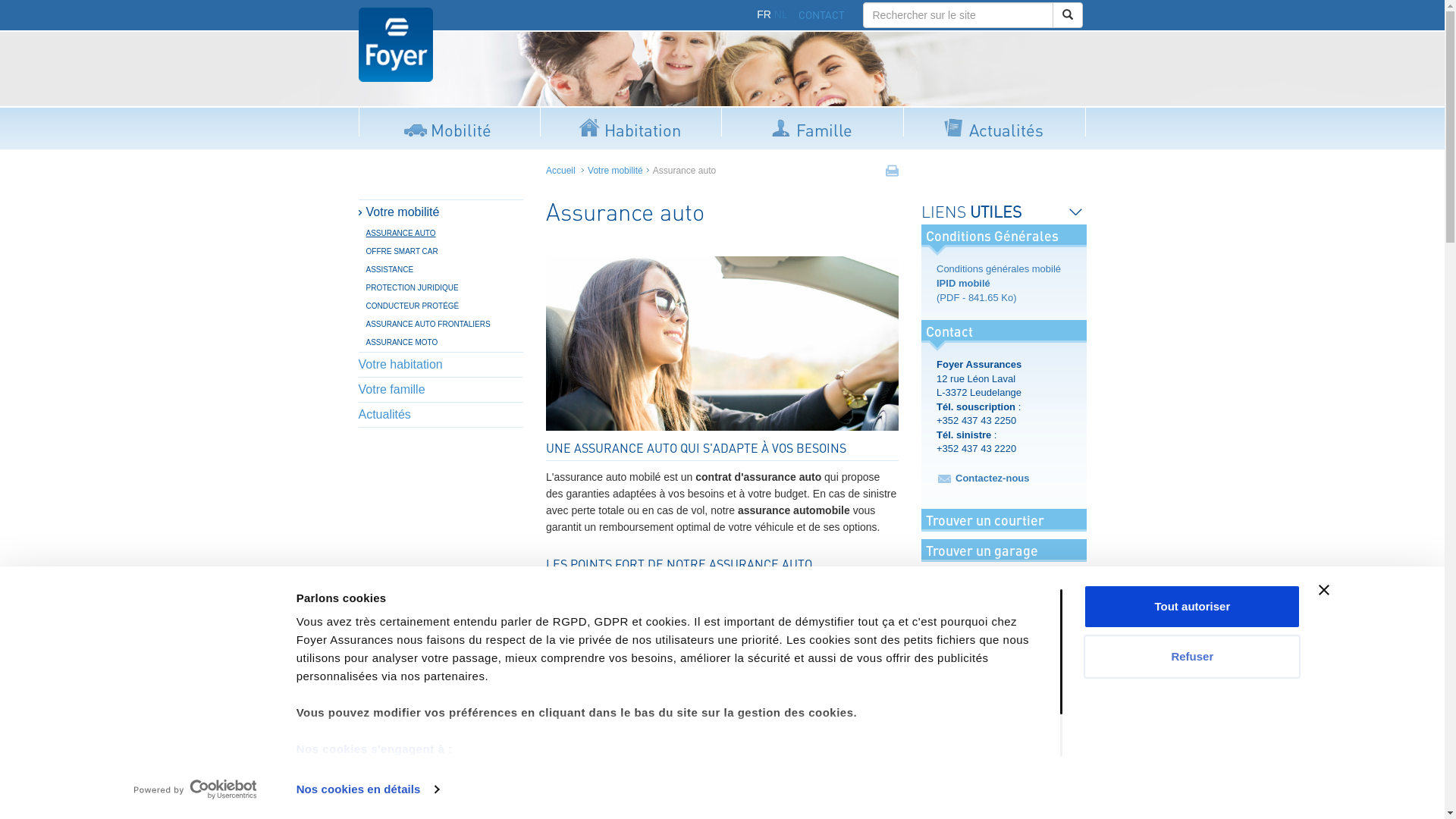 This screenshot has height=819, width=1456. I want to click on 'CONTACT', so click(821, 14).